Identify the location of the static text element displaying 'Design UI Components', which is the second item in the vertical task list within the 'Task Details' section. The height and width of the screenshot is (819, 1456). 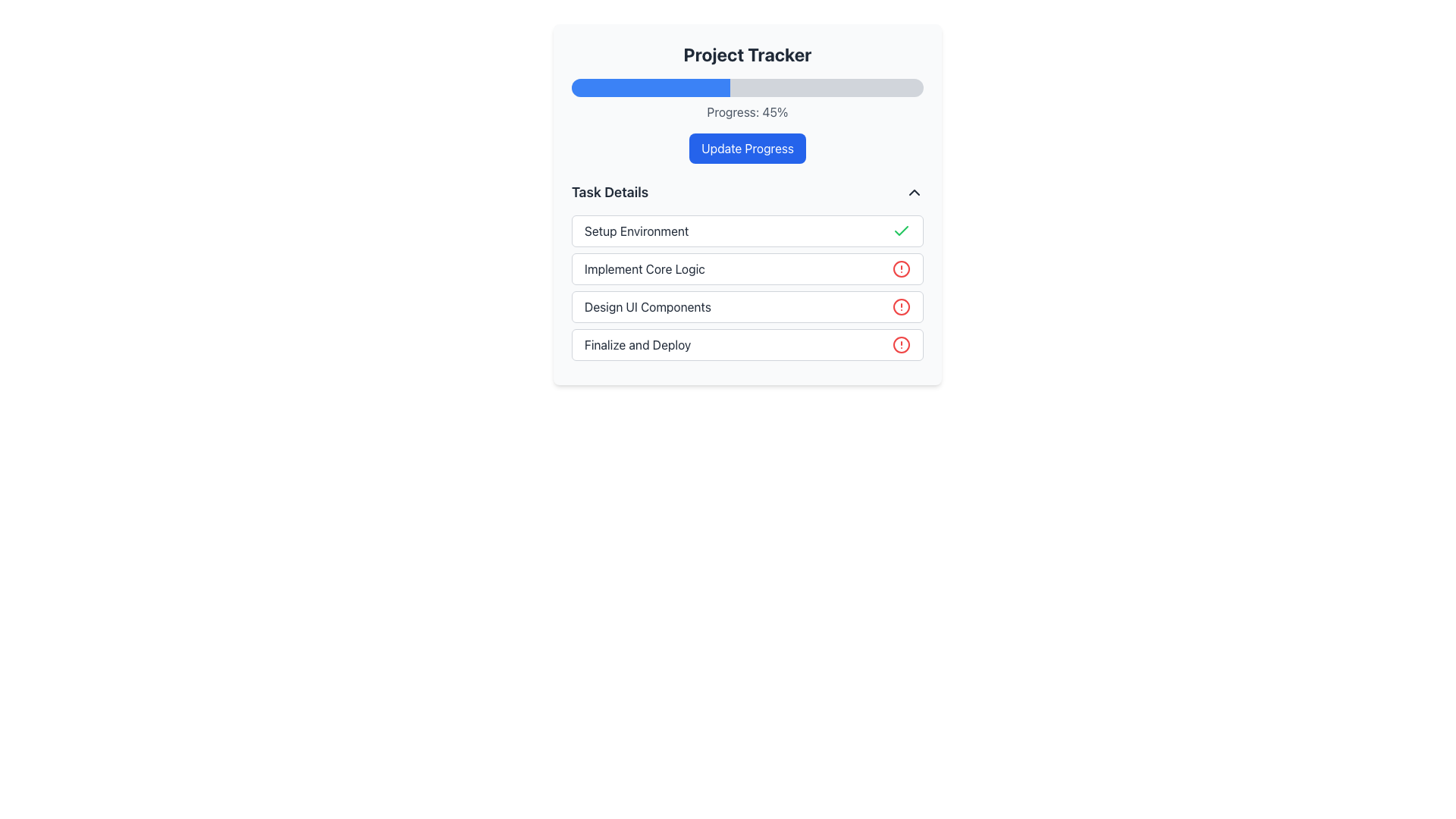
(648, 307).